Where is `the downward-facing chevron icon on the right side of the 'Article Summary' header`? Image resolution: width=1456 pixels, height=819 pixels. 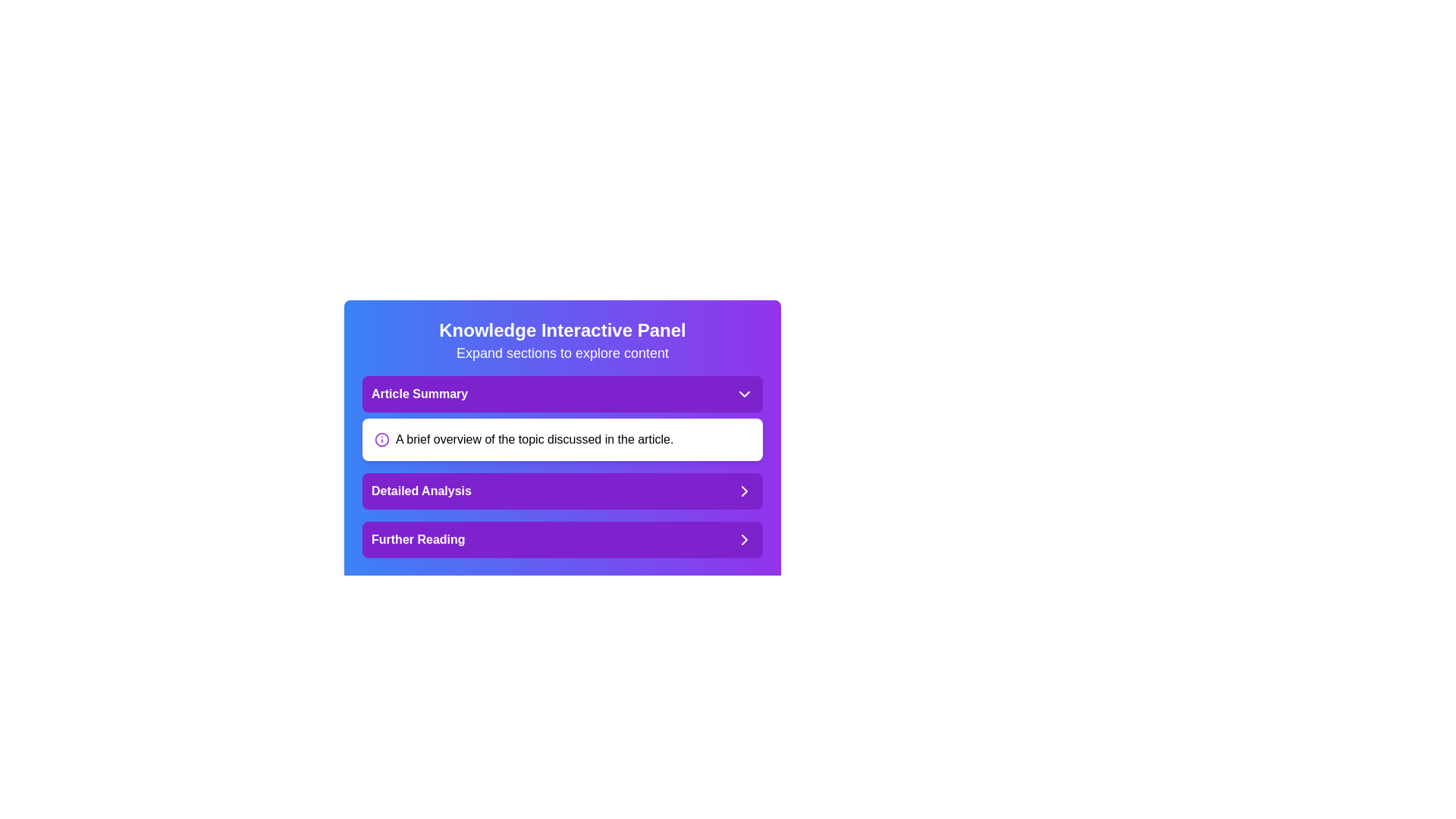
the downward-facing chevron icon on the right side of the 'Article Summary' header is located at coordinates (745, 394).